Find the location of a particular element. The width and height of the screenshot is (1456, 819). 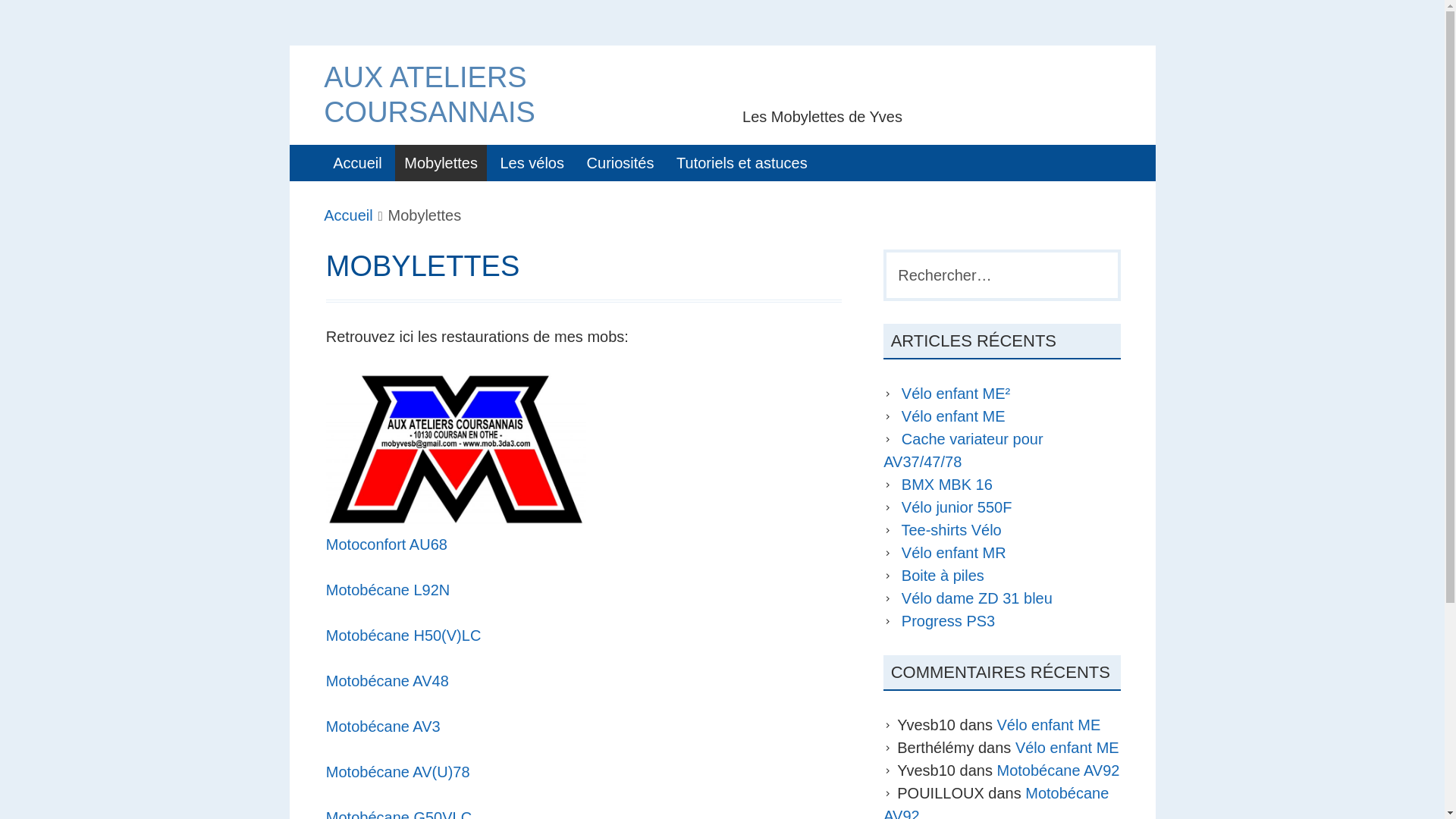

'Motoconfort AU68' is located at coordinates (386, 543).